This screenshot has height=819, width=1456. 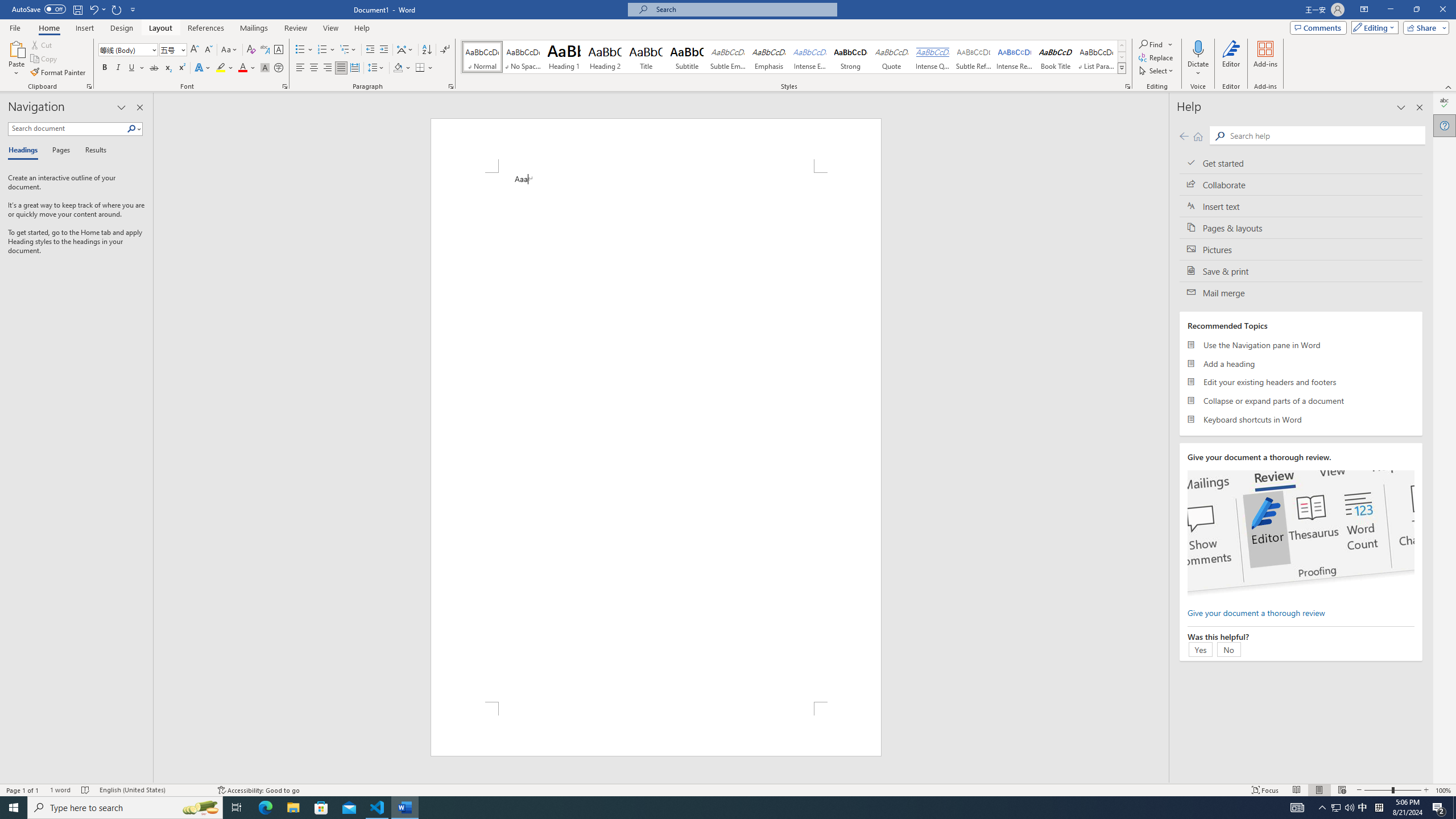 I want to click on 'Line and Paragraph Spacing', so click(x=377, y=67).